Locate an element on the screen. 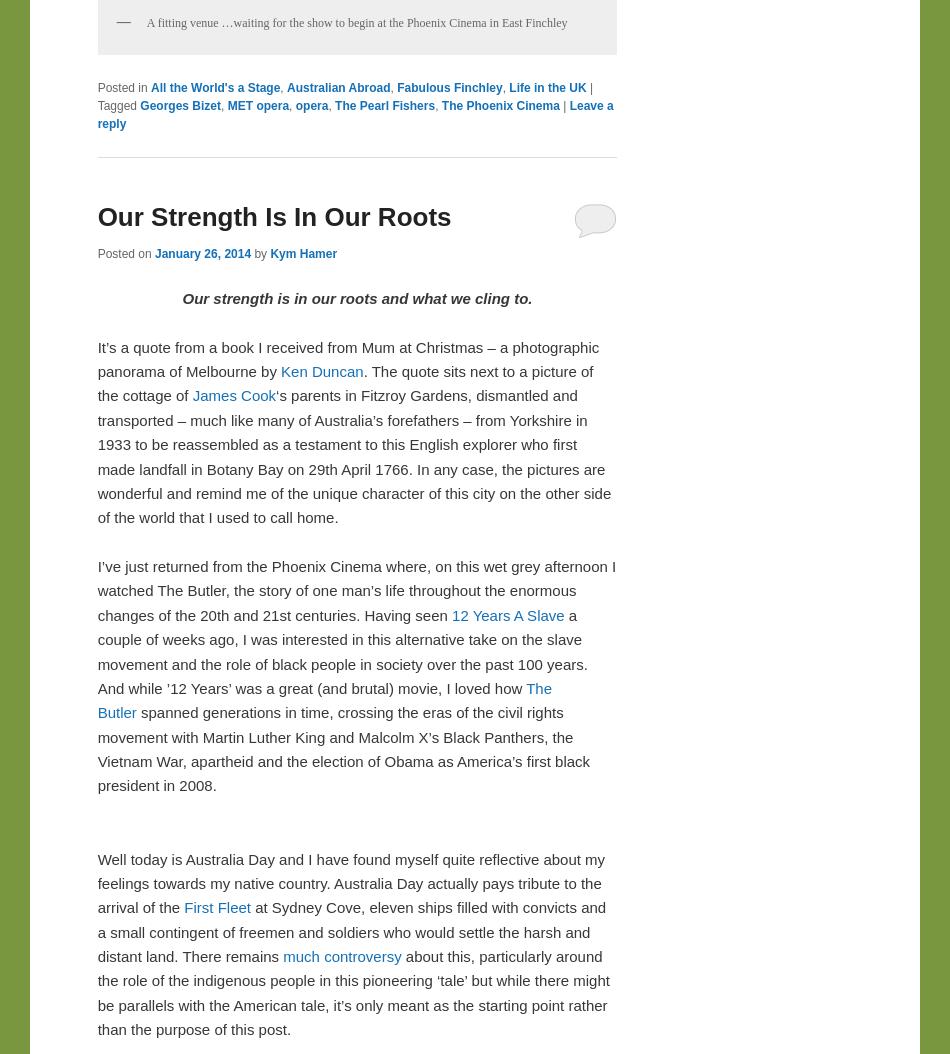  'The Butler' is located at coordinates (96, 698).